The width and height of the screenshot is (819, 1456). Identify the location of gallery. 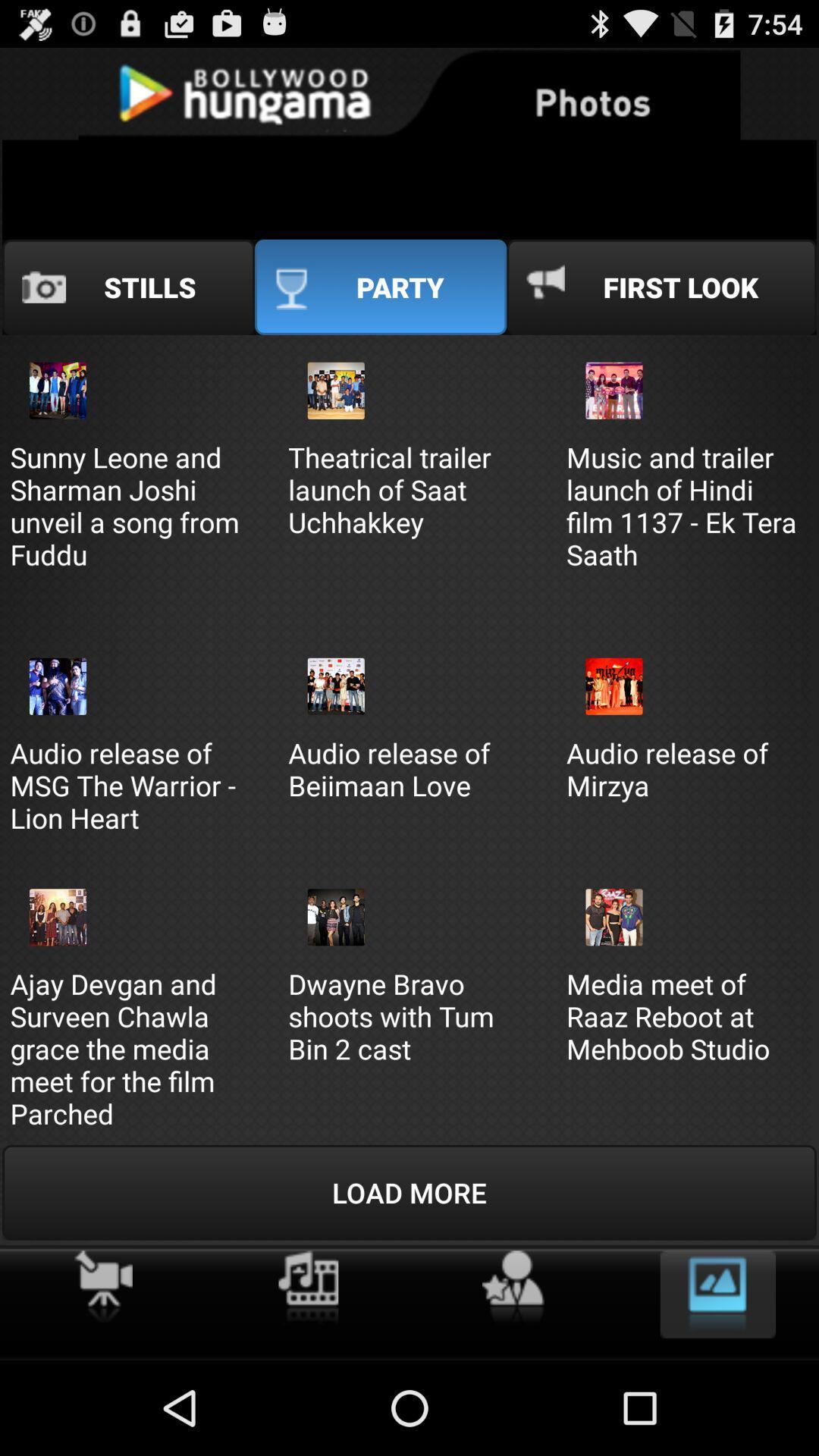
(717, 1294).